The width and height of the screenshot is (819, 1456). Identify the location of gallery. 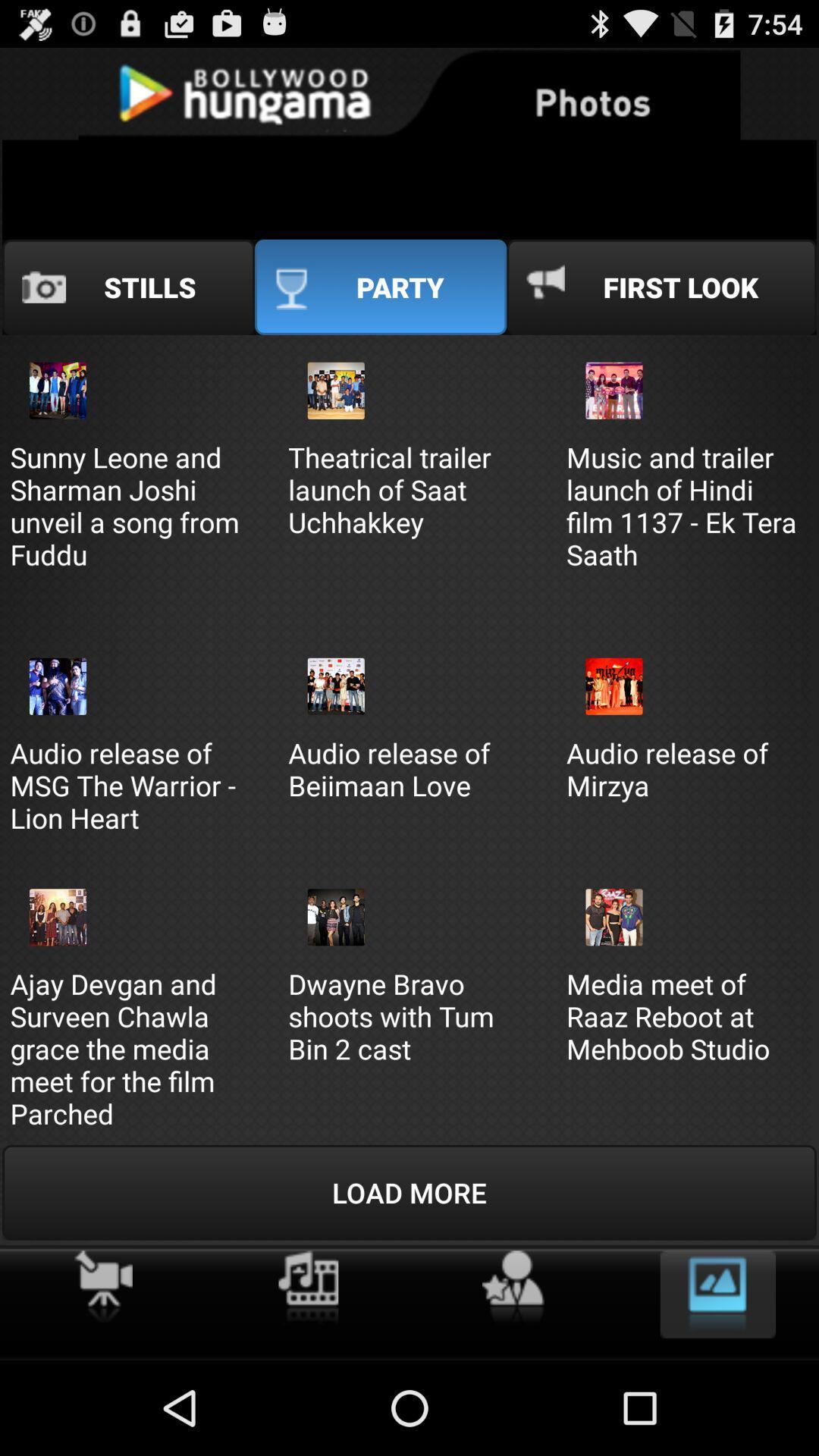
(717, 1294).